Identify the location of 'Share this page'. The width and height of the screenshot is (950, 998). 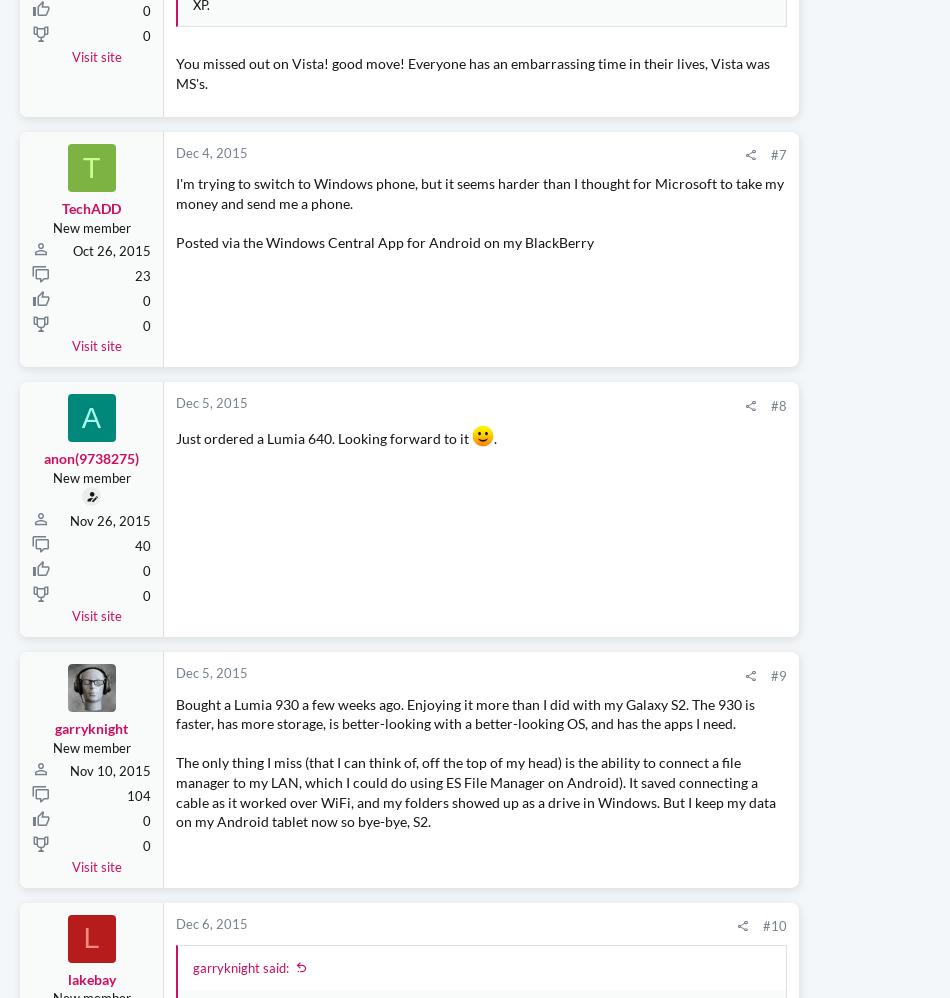
(684, 157).